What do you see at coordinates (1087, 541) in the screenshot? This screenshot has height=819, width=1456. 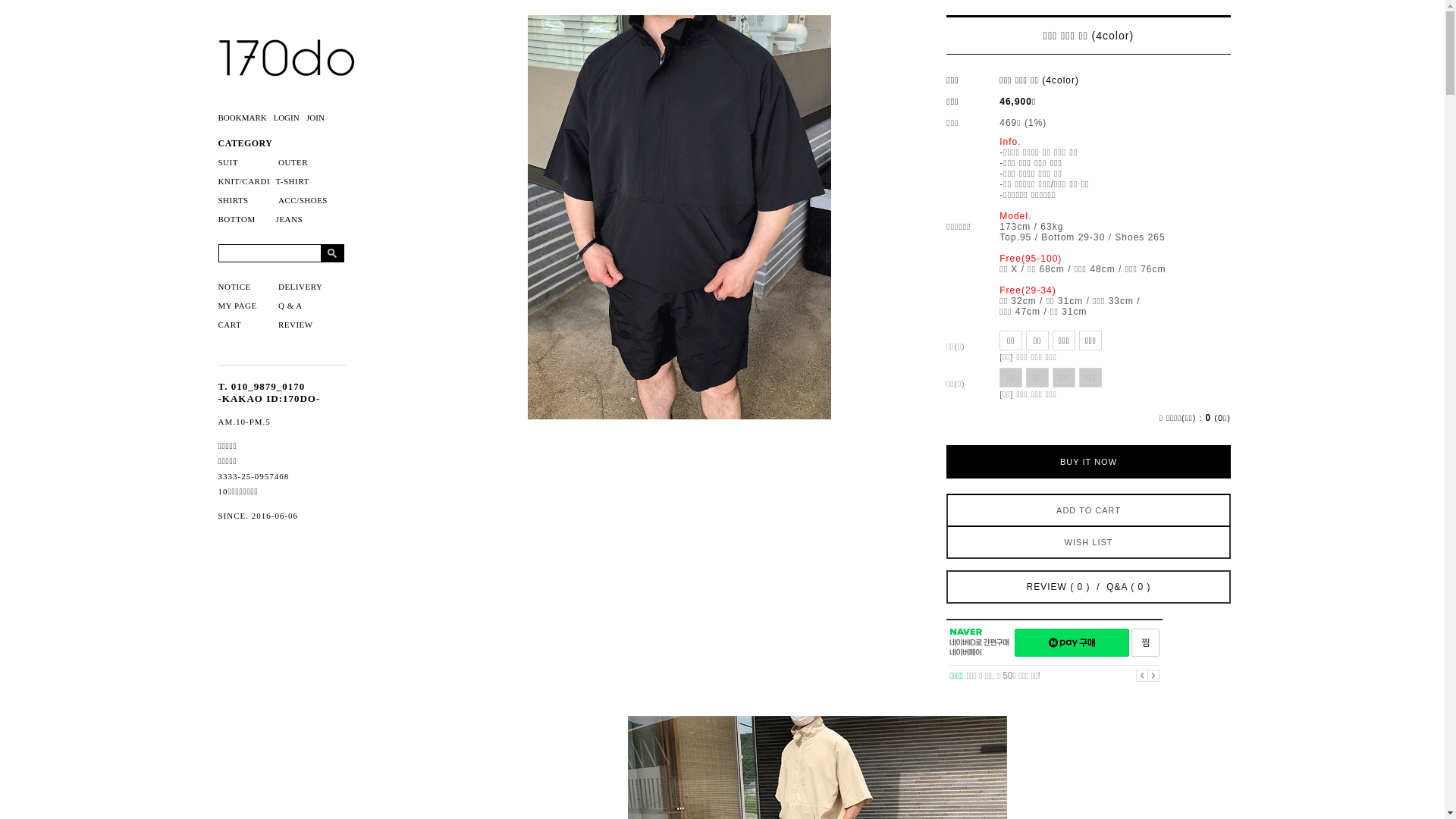 I see `'WISH LIST'` at bounding box center [1087, 541].